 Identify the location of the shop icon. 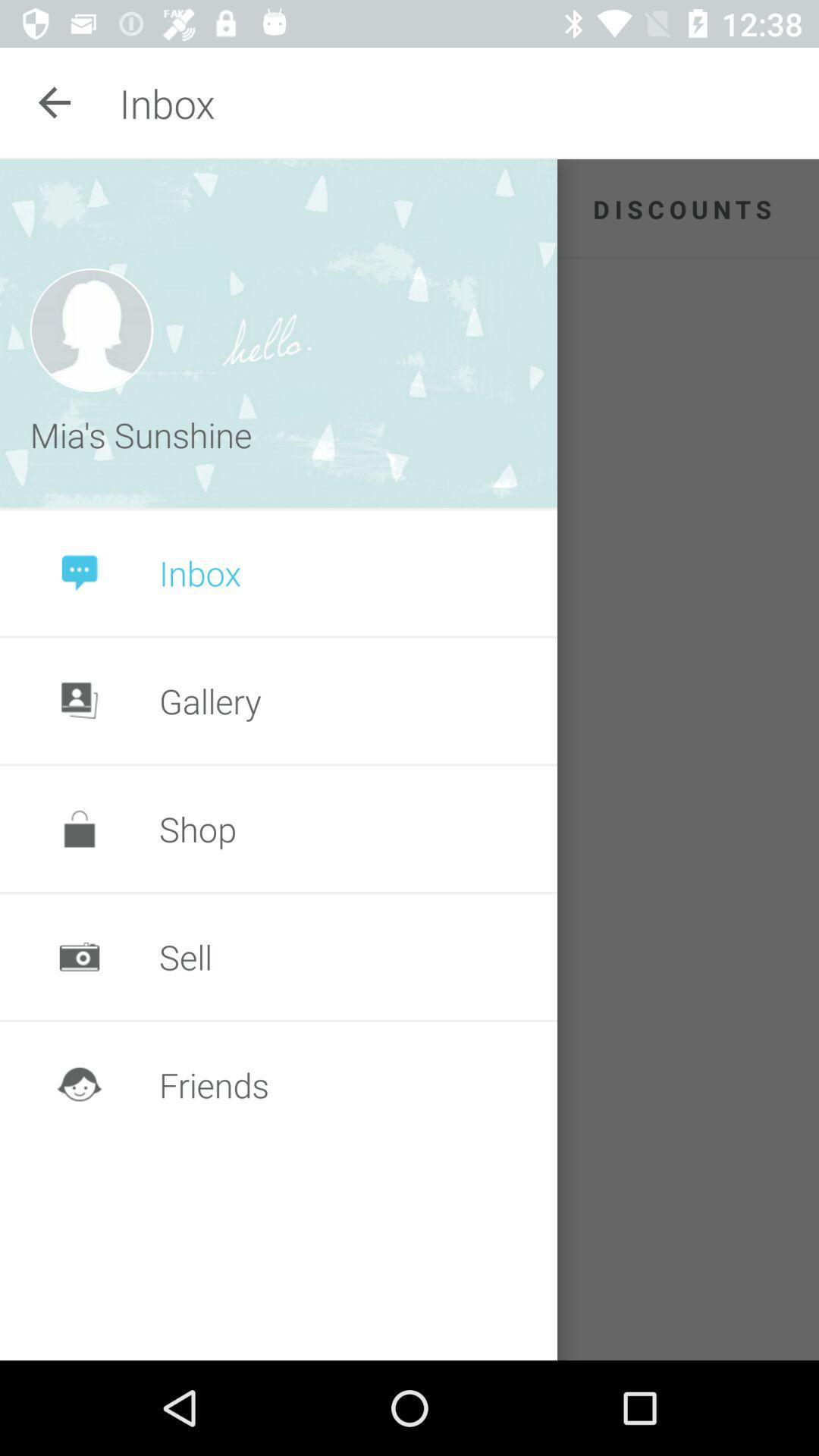
(197, 828).